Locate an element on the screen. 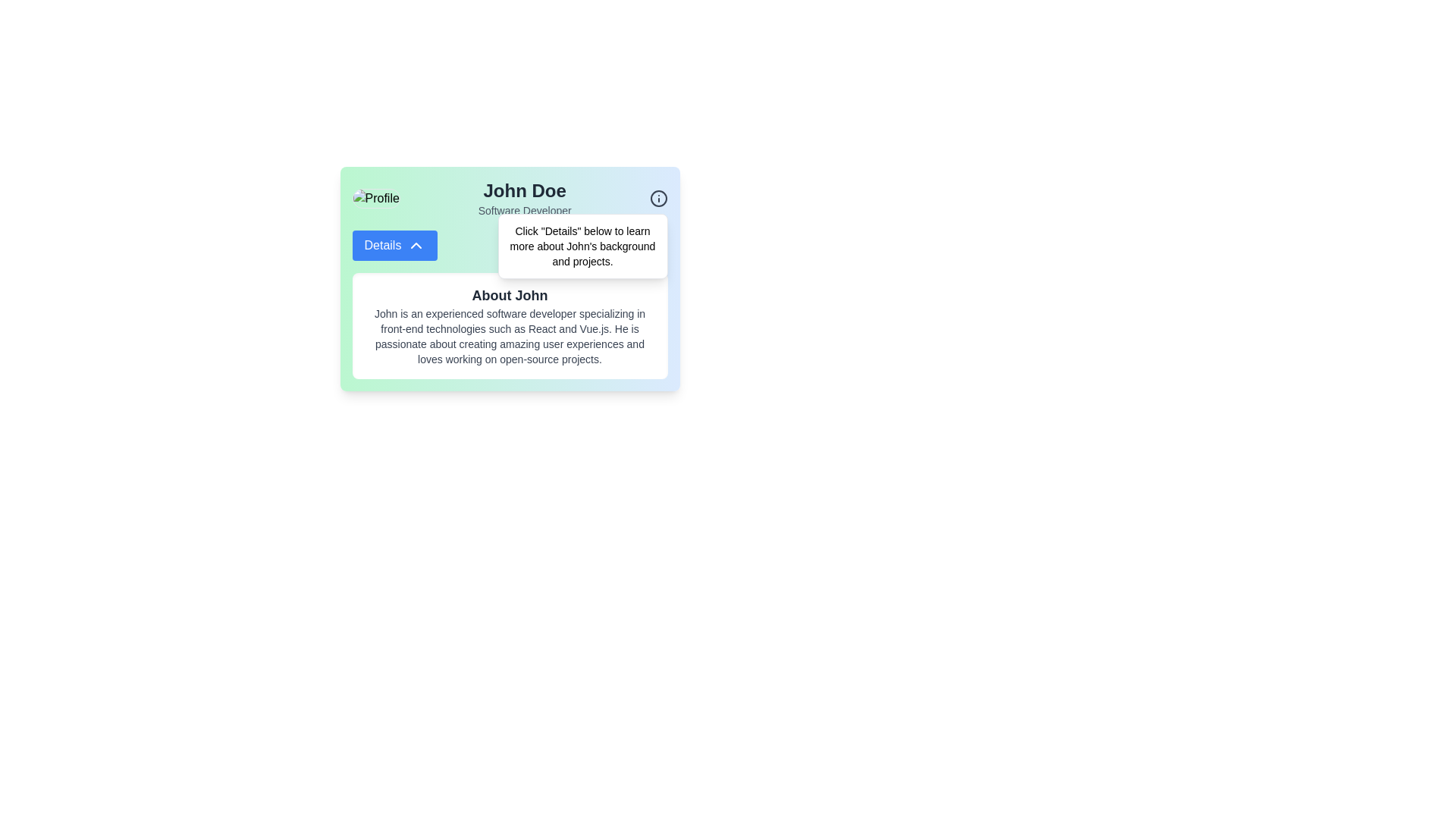  the text component displaying the word 'Details', which is styled in white font on a blue background, located within a button under the 'John Doe' user profile card is located at coordinates (382, 245).